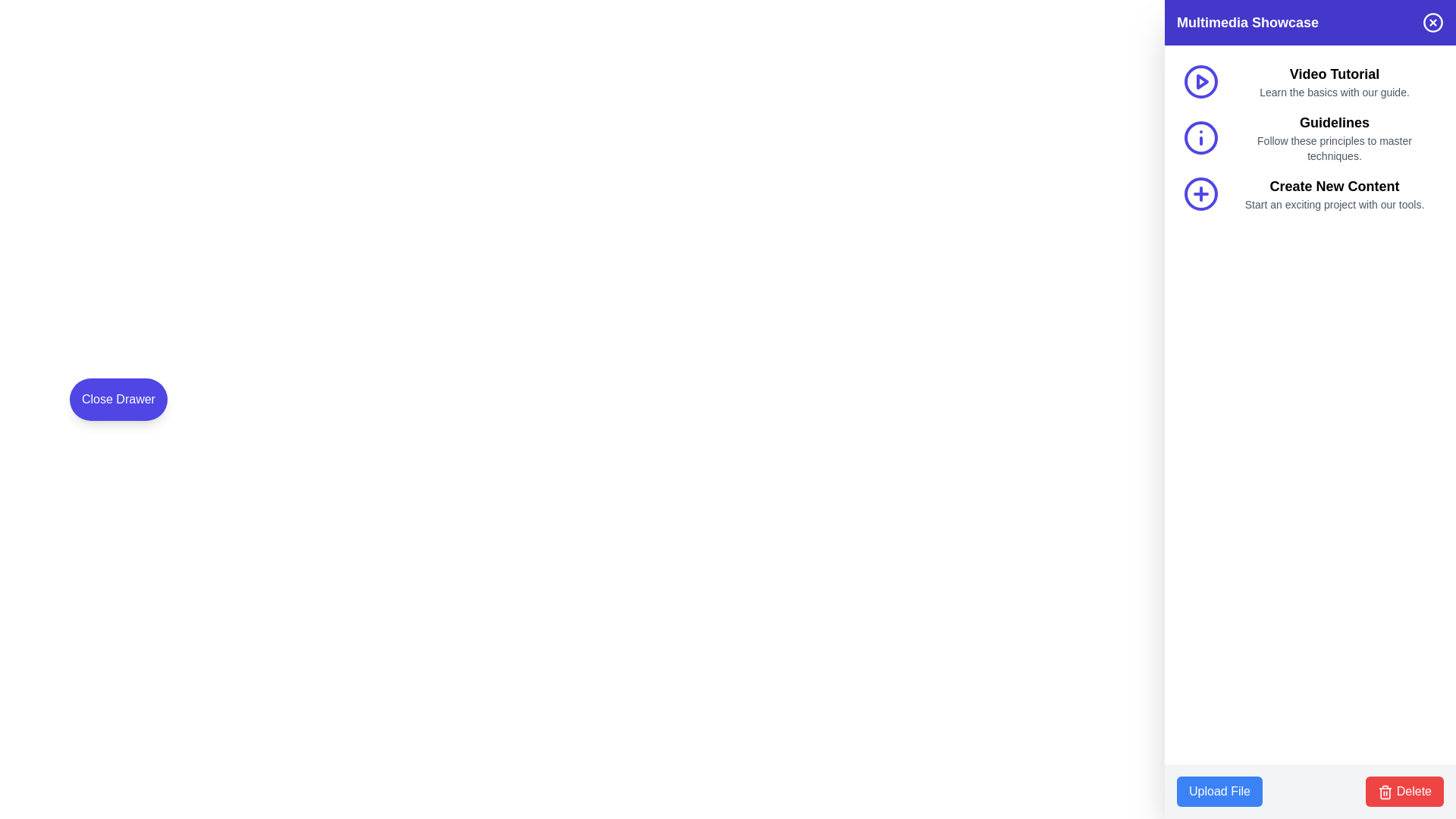 The width and height of the screenshot is (1456, 819). Describe the element at coordinates (1385, 791) in the screenshot. I see `the trash can icon located inside the red 'Delete' button, which features rounded corners and white text, positioned at the bottom-right corner of the interface` at that location.